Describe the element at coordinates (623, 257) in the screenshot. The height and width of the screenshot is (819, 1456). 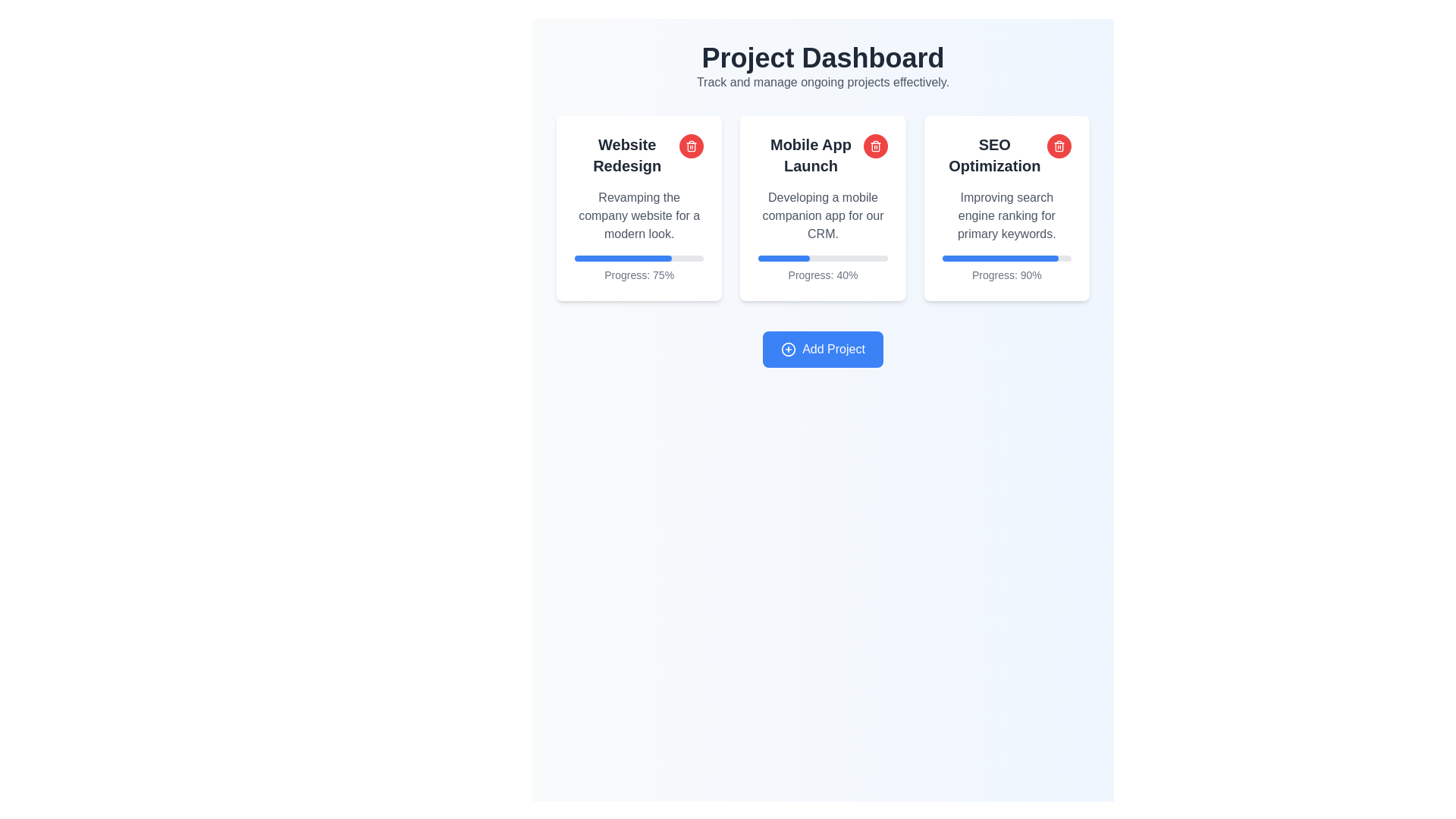
I see `the blue progress indicator bar representing 75% completion within the gray progress bar beneath the 'Website Redesign' card, located in the top row, first card from the left` at that location.